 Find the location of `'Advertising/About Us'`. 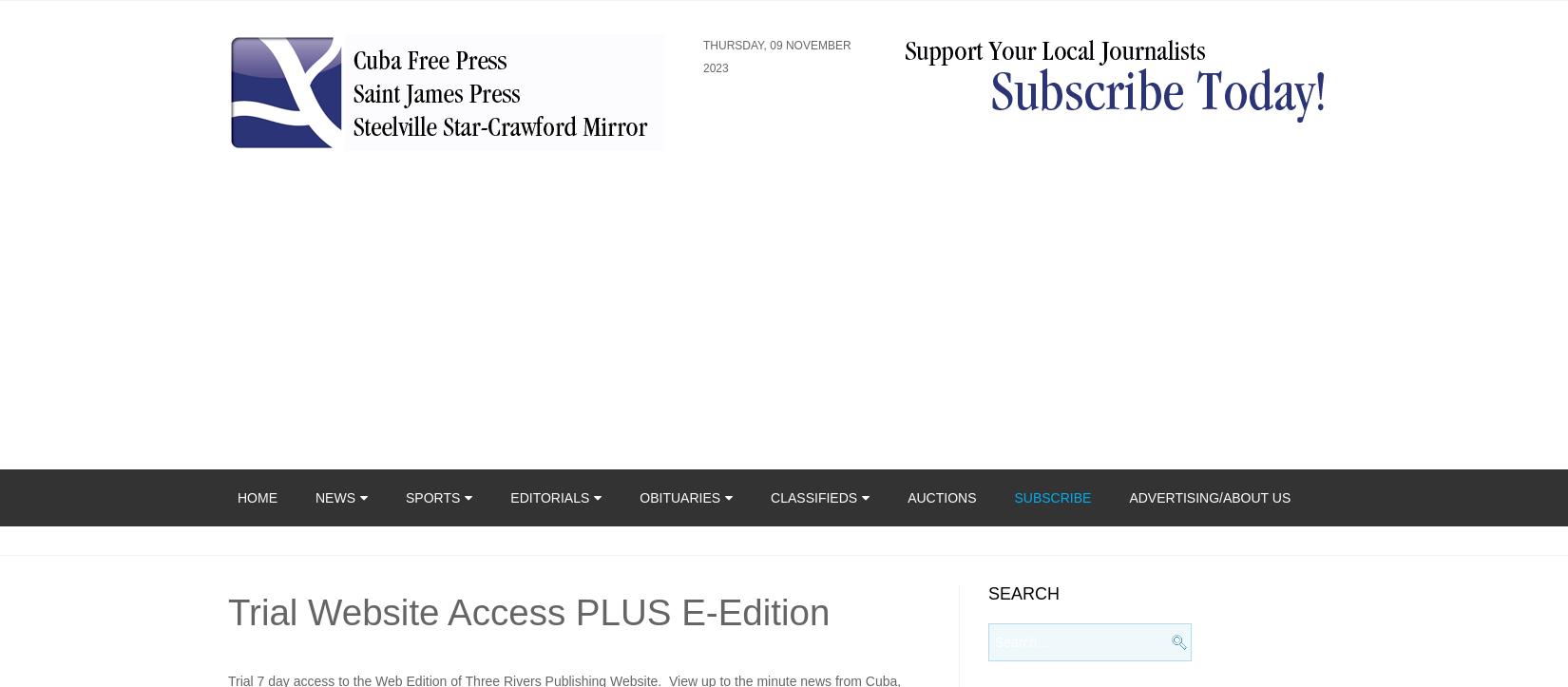

'Advertising/About Us' is located at coordinates (1129, 497).